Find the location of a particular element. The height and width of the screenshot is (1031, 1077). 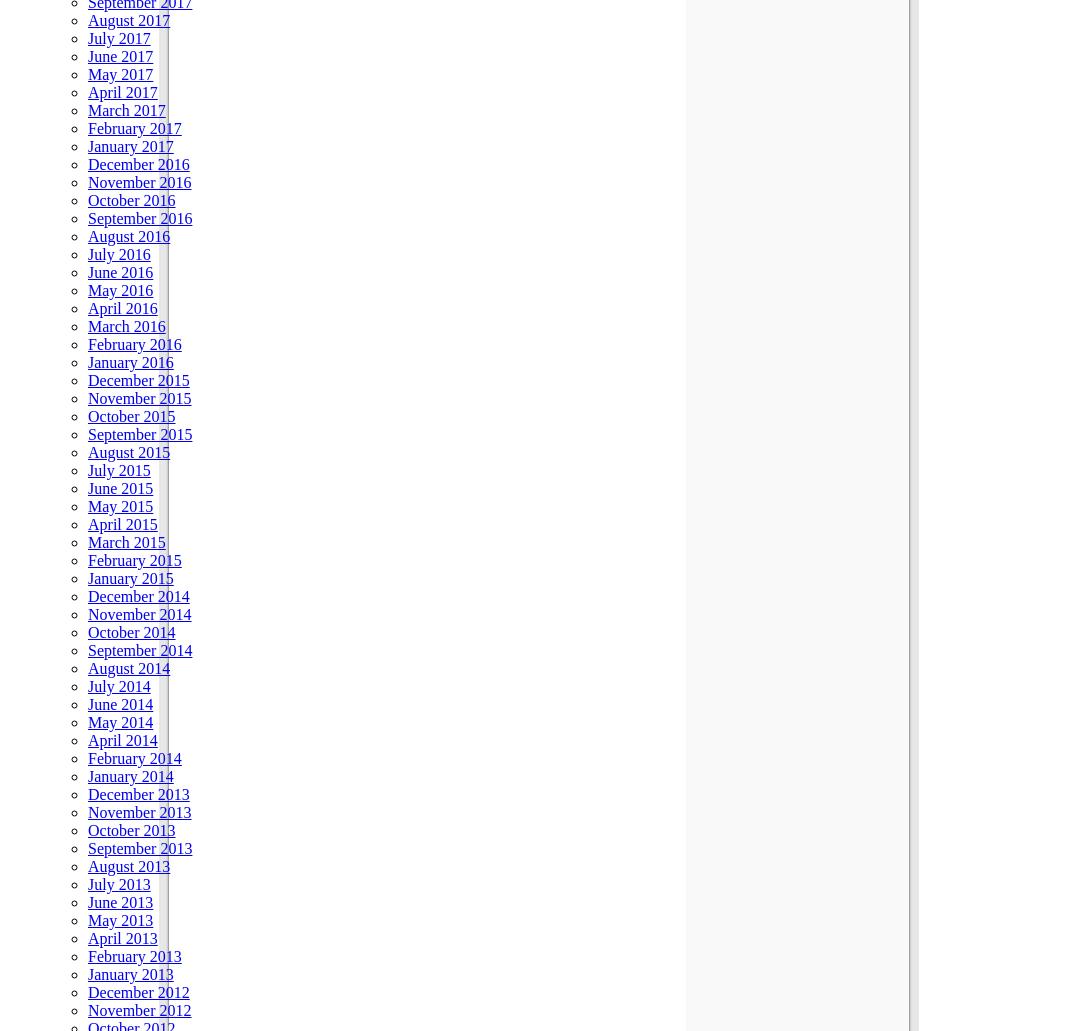

'January 2015' is located at coordinates (130, 576).